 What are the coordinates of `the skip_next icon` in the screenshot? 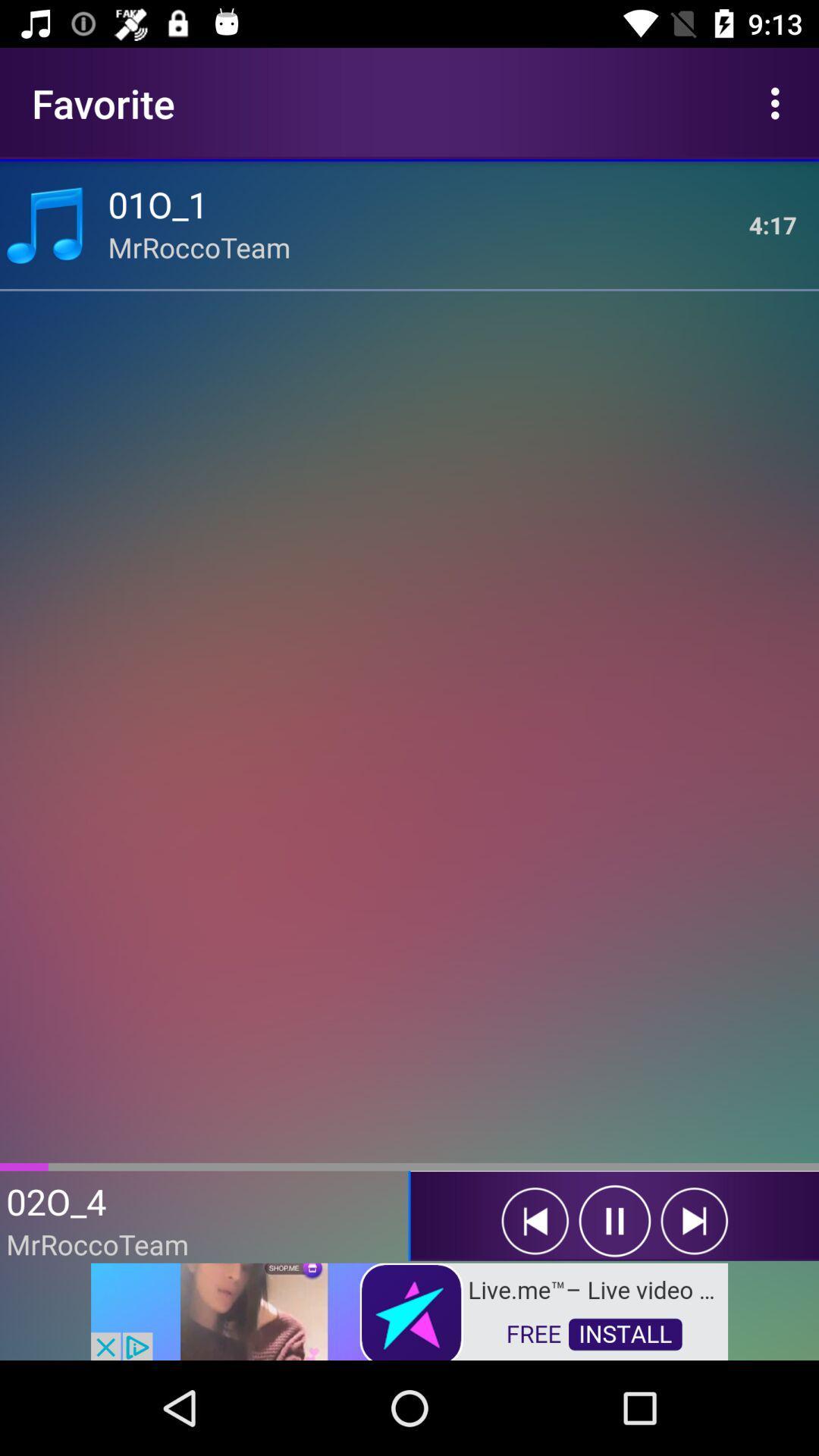 It's located at (694, 1221).